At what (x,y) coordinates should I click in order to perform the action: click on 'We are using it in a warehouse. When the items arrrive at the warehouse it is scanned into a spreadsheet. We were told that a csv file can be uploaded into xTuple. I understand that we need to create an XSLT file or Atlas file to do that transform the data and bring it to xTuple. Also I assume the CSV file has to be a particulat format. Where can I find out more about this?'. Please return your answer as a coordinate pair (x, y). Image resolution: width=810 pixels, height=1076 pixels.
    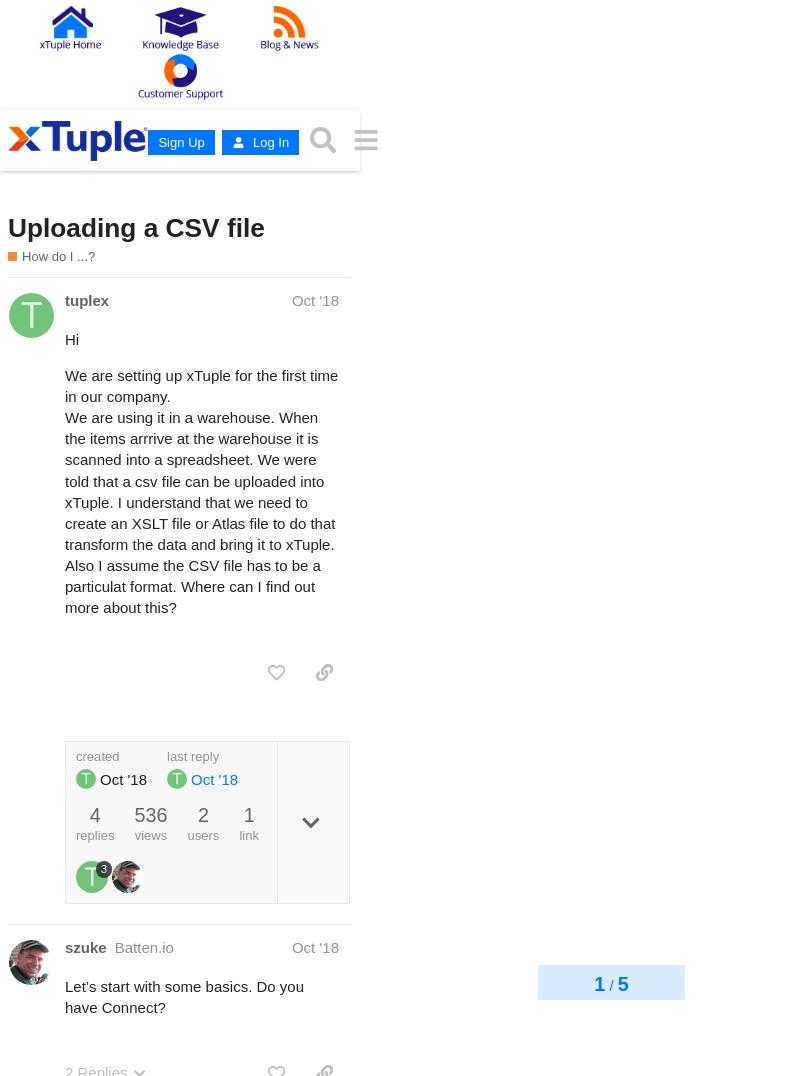
    Looking at the image, I should click on (199, 511).